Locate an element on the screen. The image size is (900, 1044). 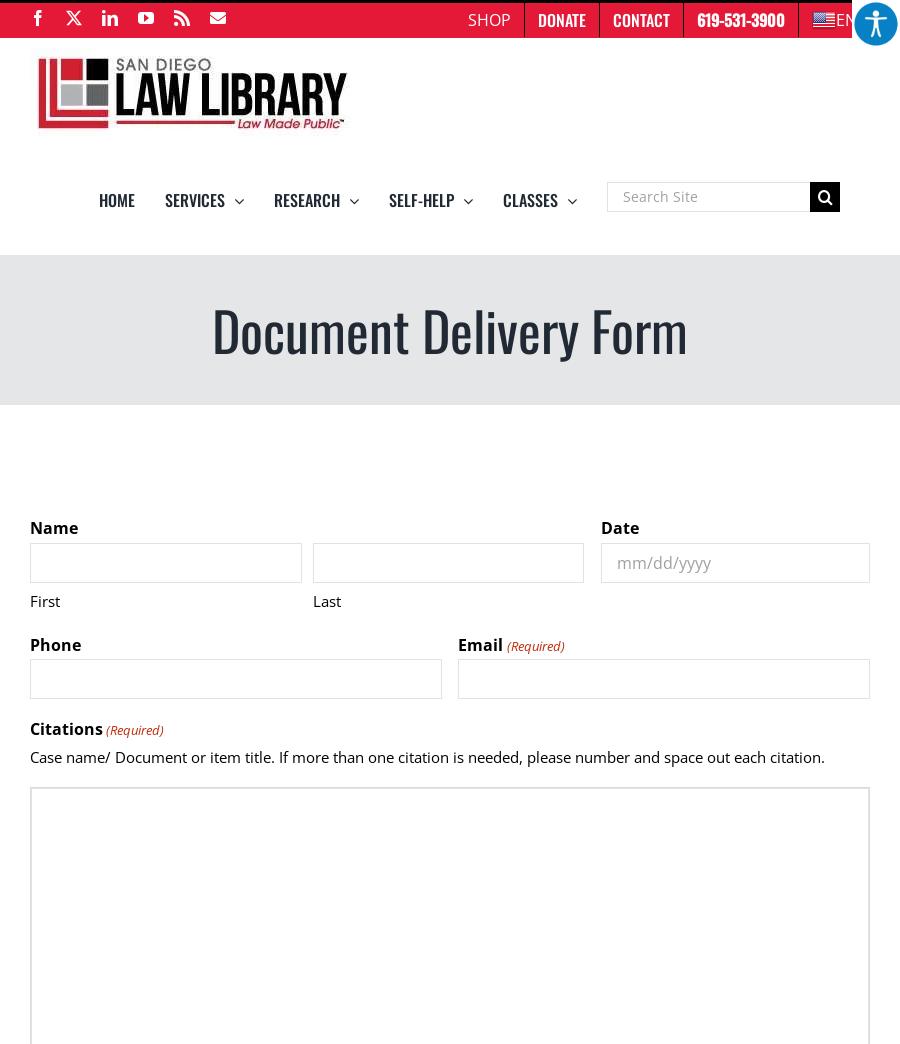
'Case name/ Document or item title. If more than one citation is needed, please number and space out each citation.' is located at coordinates (427, 757).